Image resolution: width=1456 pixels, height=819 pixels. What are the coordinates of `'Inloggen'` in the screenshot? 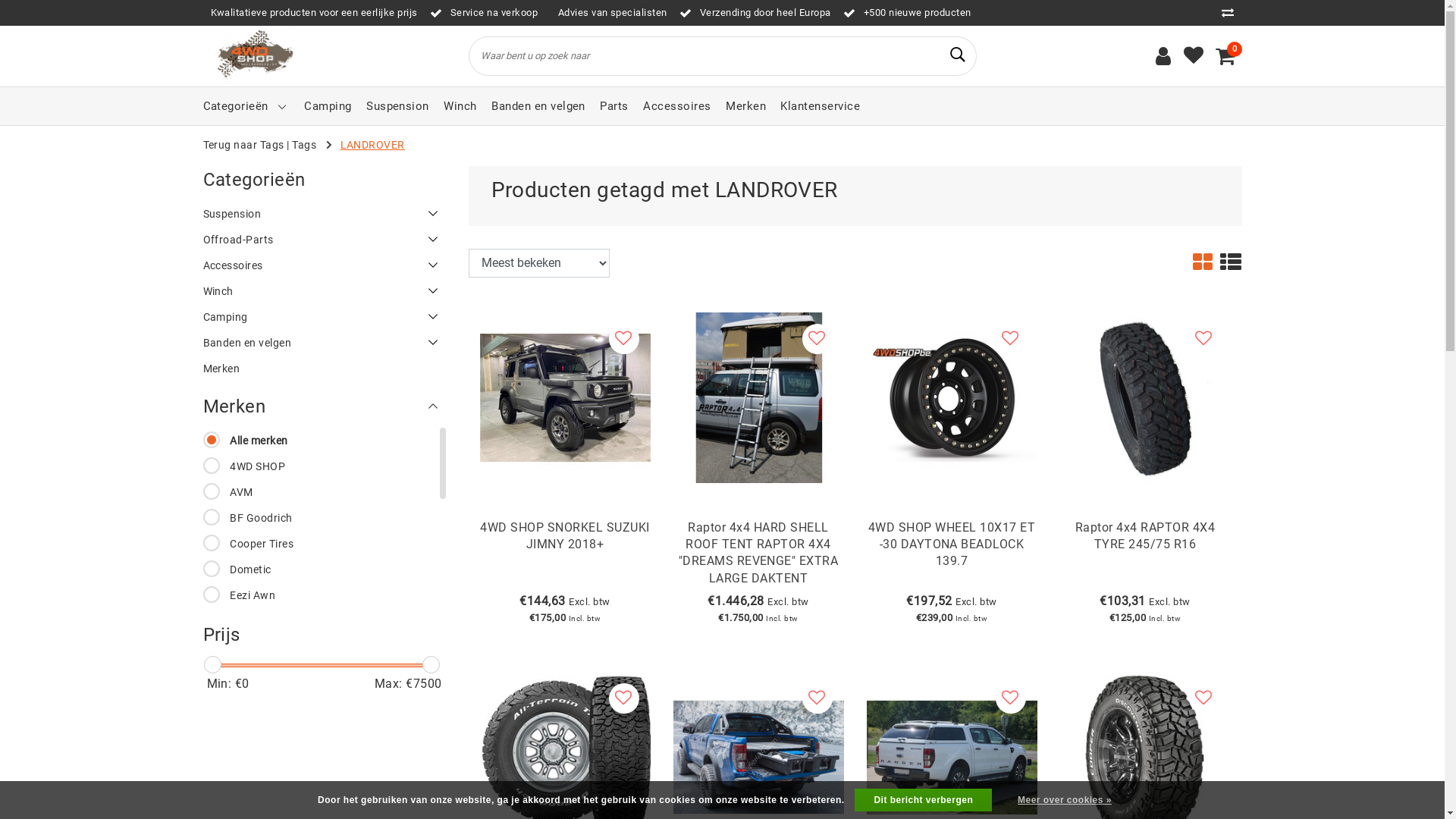 It's located at (1163, 55).